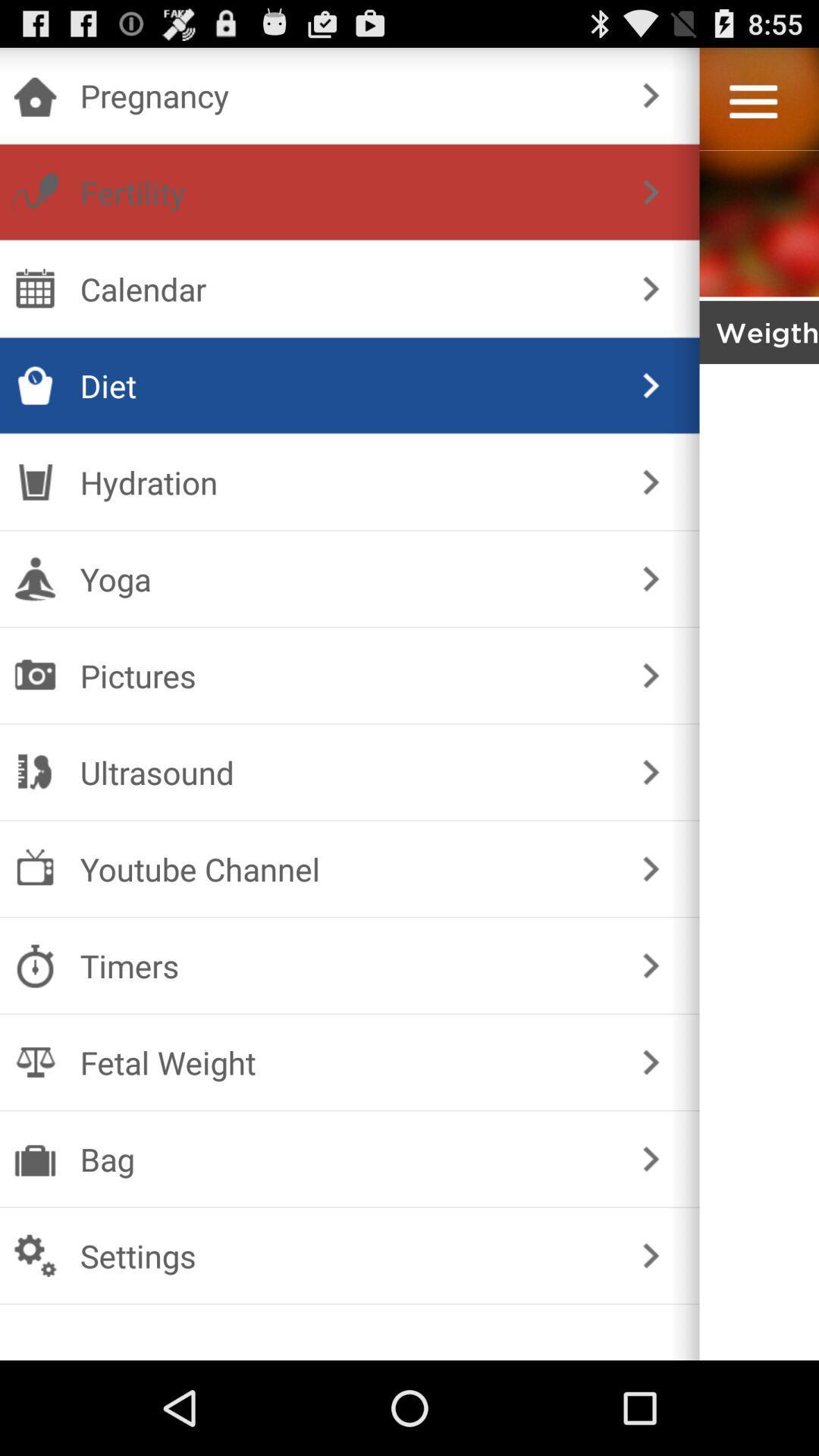  I want to click on the menu bar, so click(753, 101).